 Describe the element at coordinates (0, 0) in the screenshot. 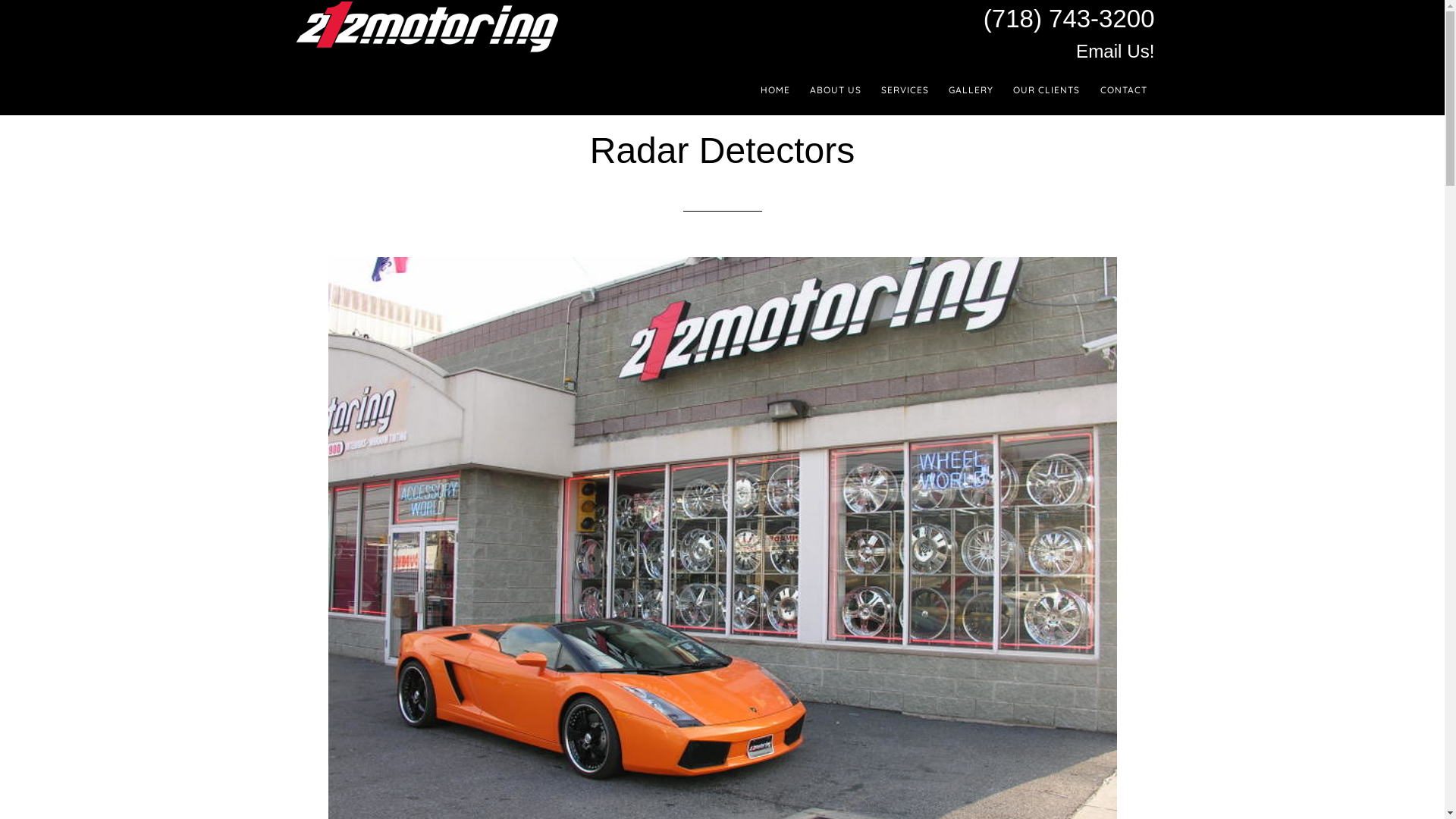

I see `'Skip to main content'` at that location.